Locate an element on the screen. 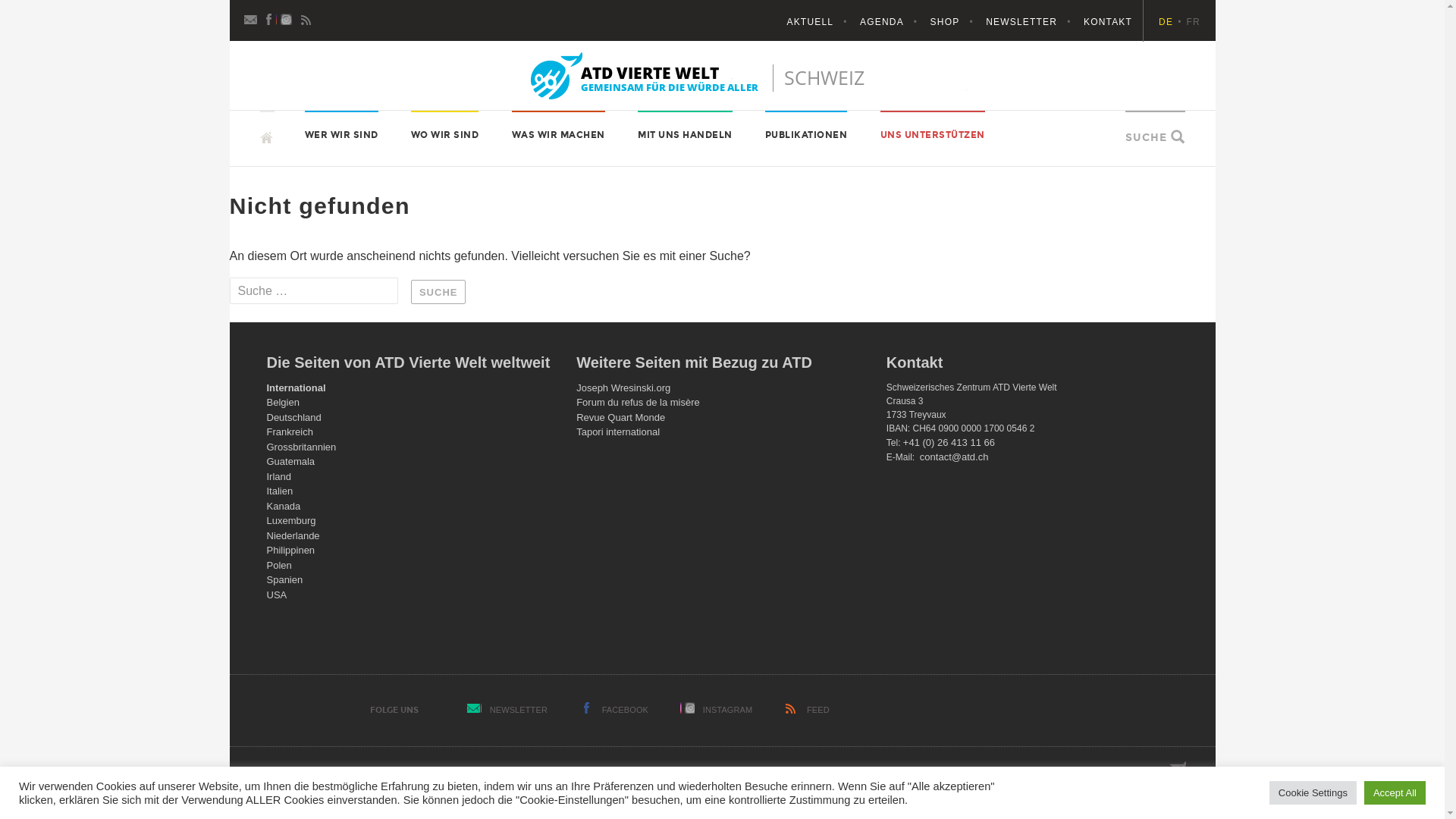  'International' is located at coordinates (296, 387).